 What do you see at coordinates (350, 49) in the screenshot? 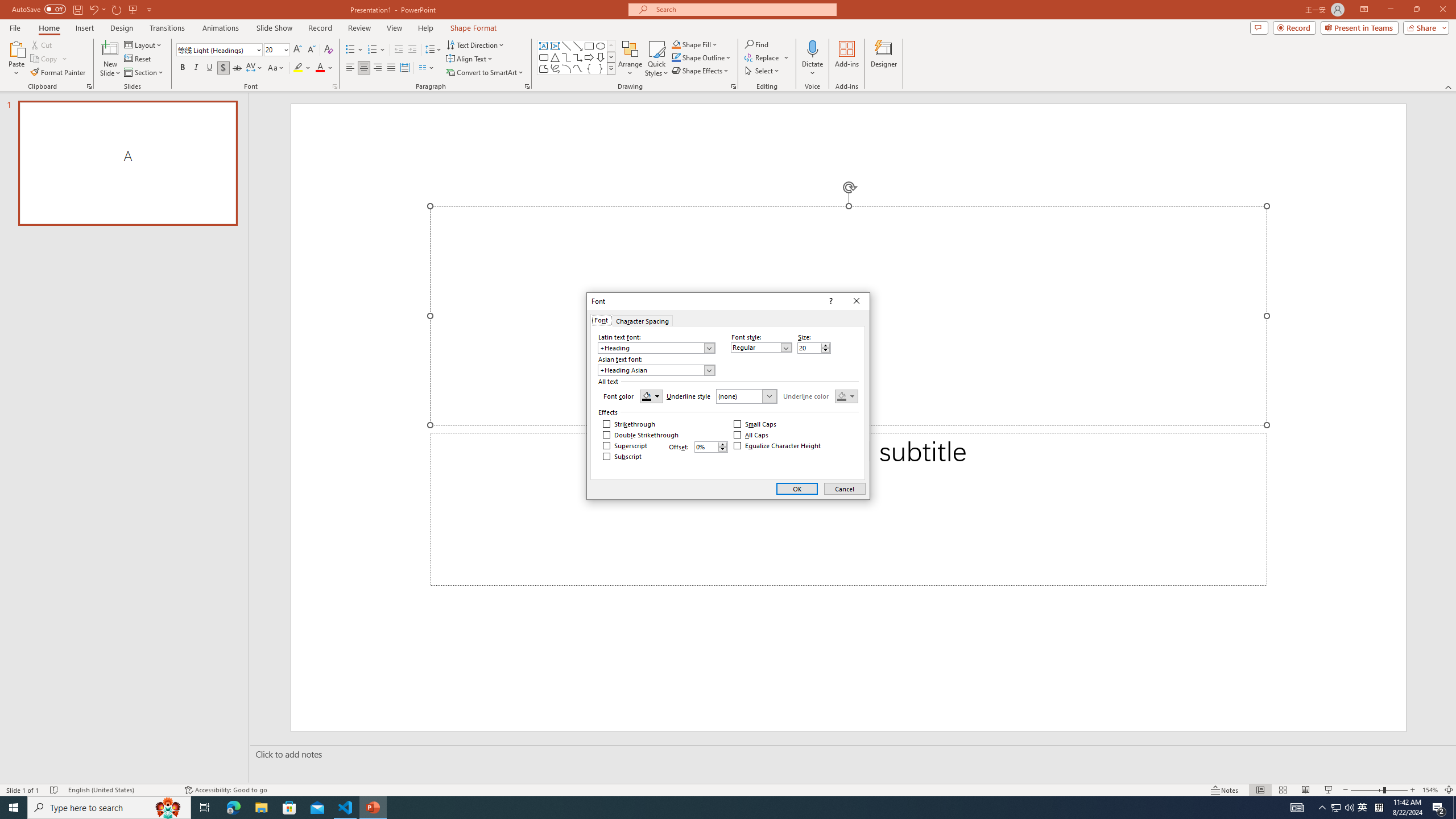
I see `'Bullets'` at bounding box center [350, 49].